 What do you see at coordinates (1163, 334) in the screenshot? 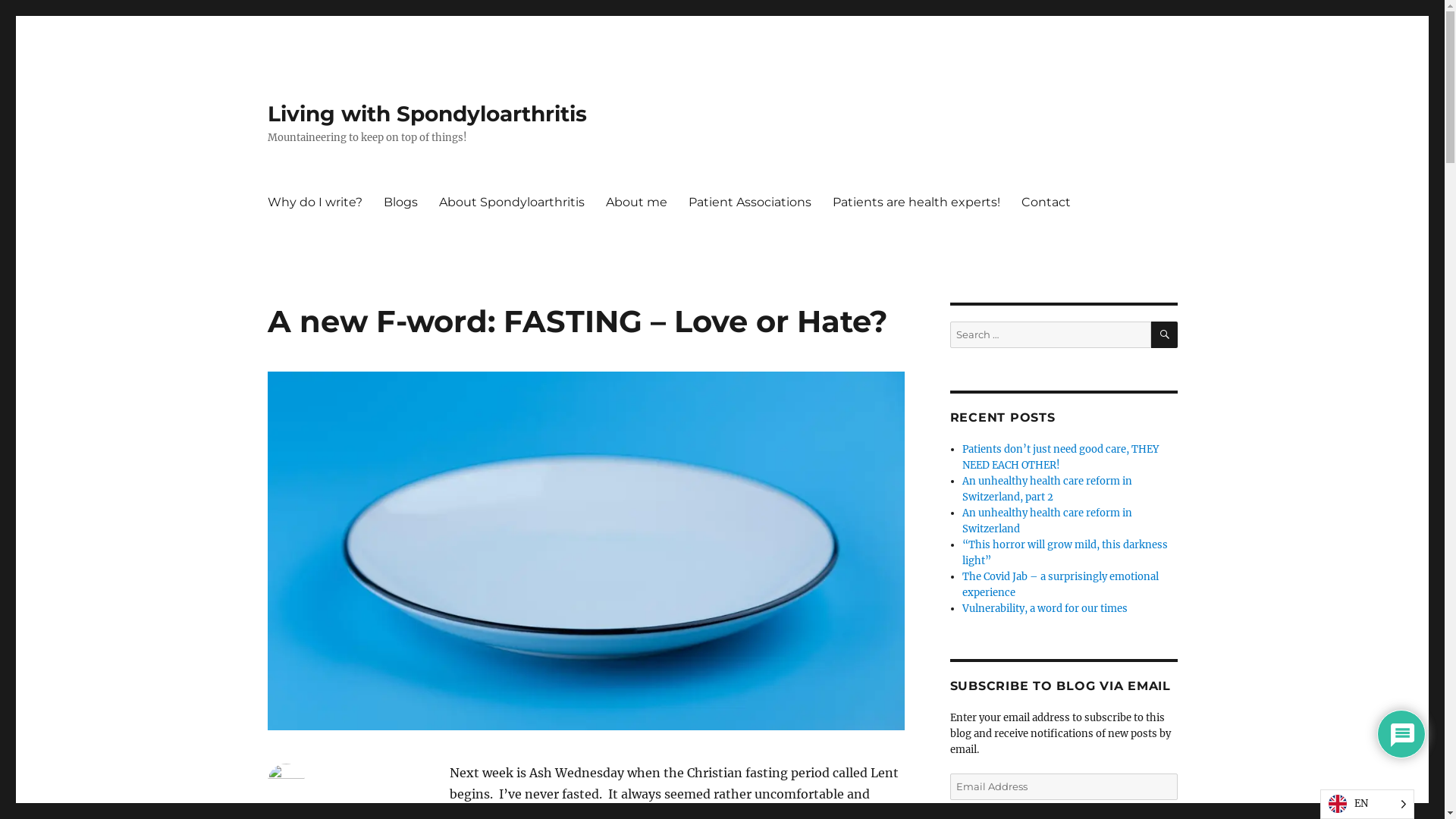
I see `'SEARCH'` at bounding box center [1163, 334].